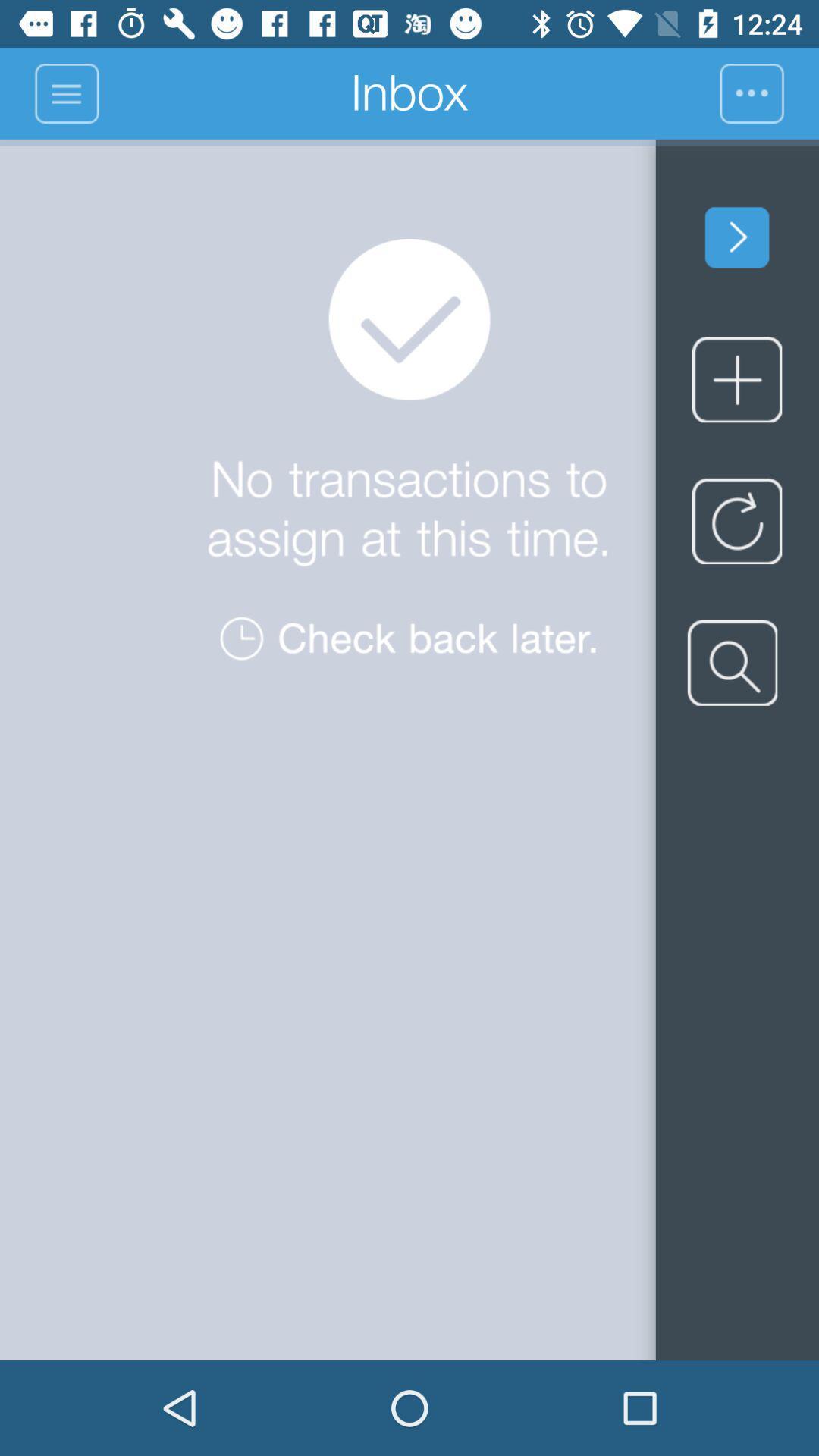 Image resolution: width=819 pixels, height=1456 pixels. Describe the element at coordinates (769, 93) in the screenshot. I see `item to the right of the inbox` at that location.